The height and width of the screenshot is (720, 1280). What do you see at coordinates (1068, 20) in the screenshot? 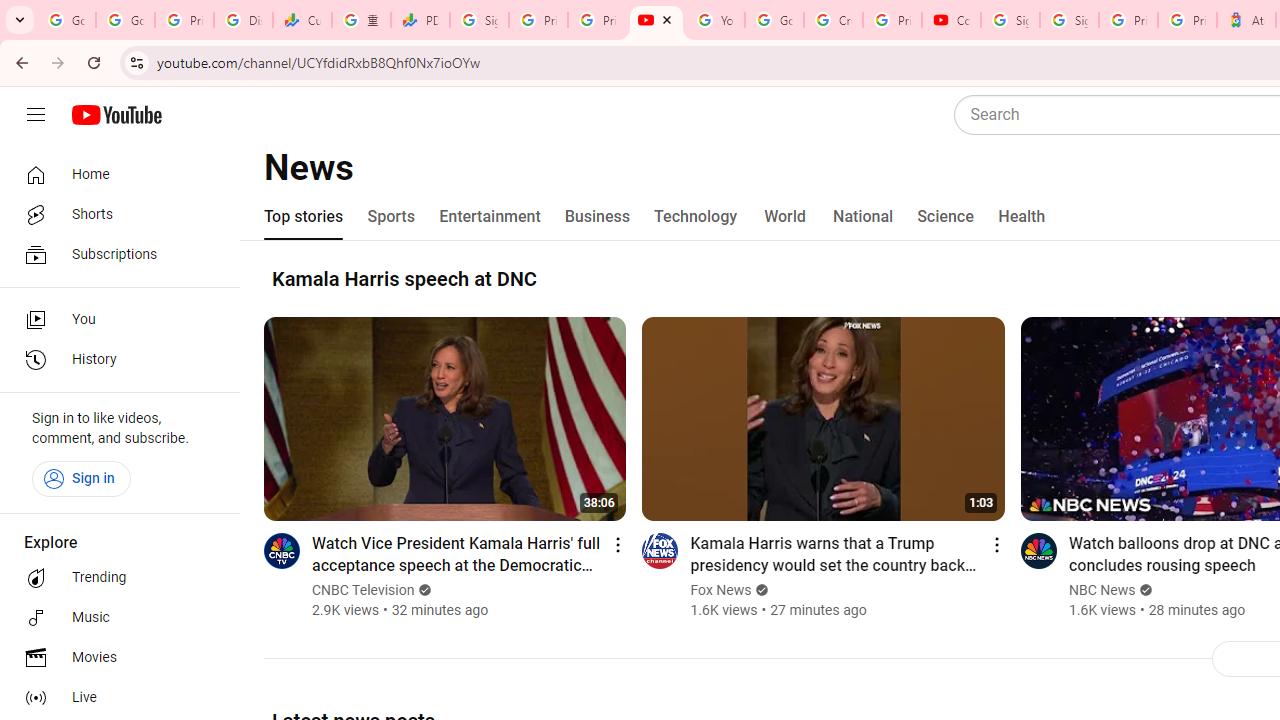
I see `'Sign in - Google Accounts'` at bounding box center [1068, 20].